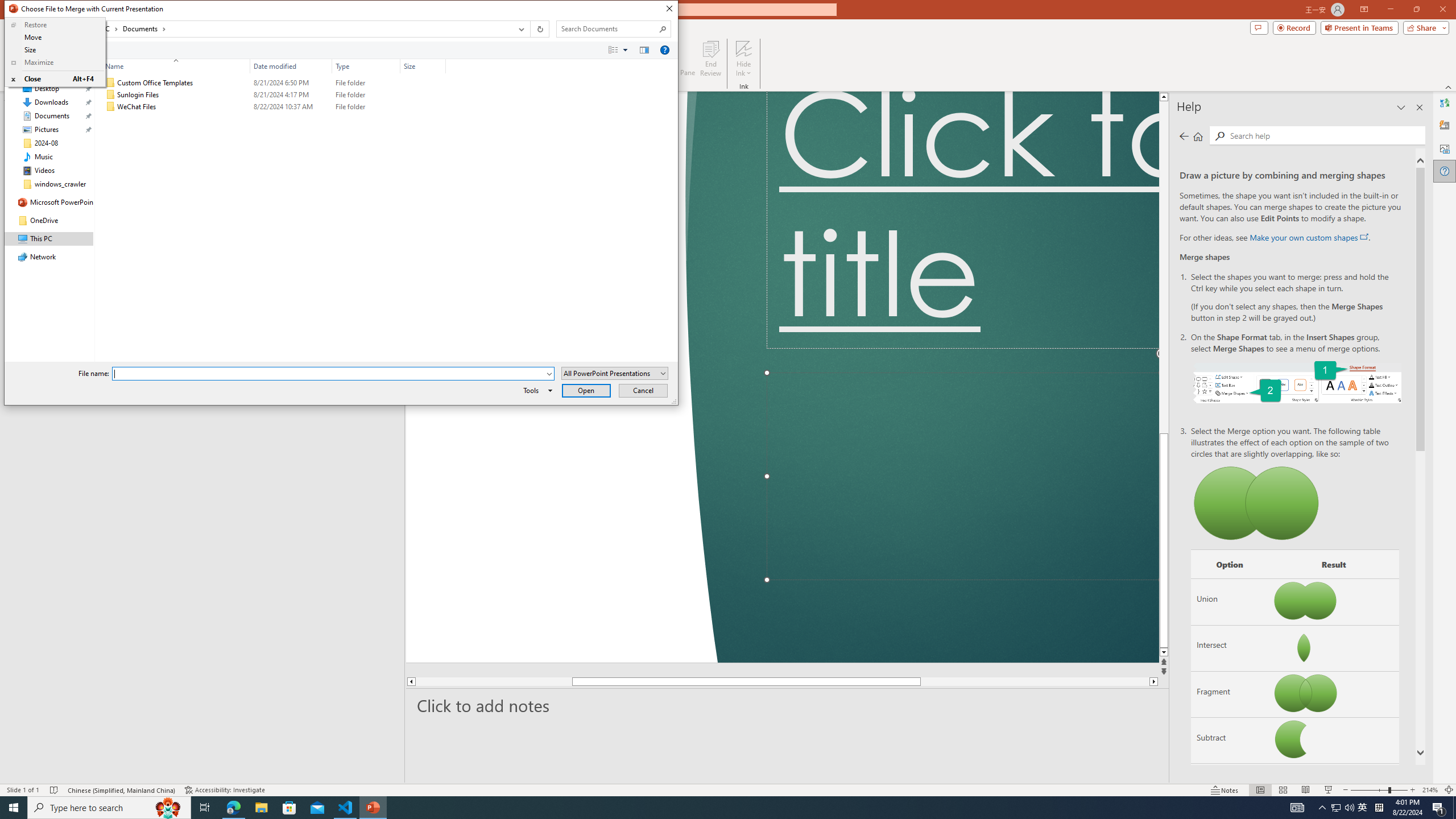  I want to click on 'Refresh "Documents" (F5)', so click(539, 28).